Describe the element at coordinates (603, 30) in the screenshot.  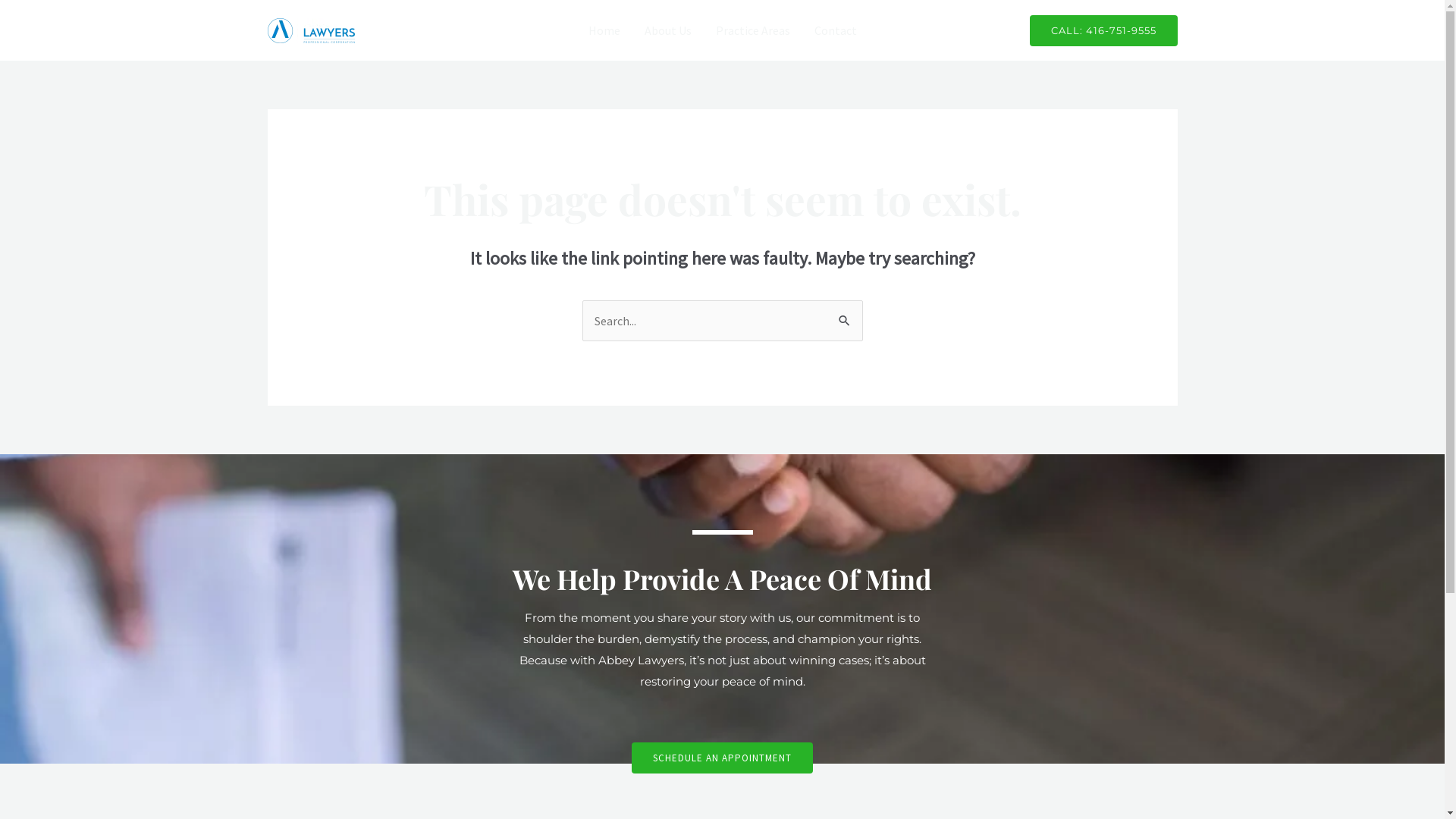
I see `'Home'` at that location.